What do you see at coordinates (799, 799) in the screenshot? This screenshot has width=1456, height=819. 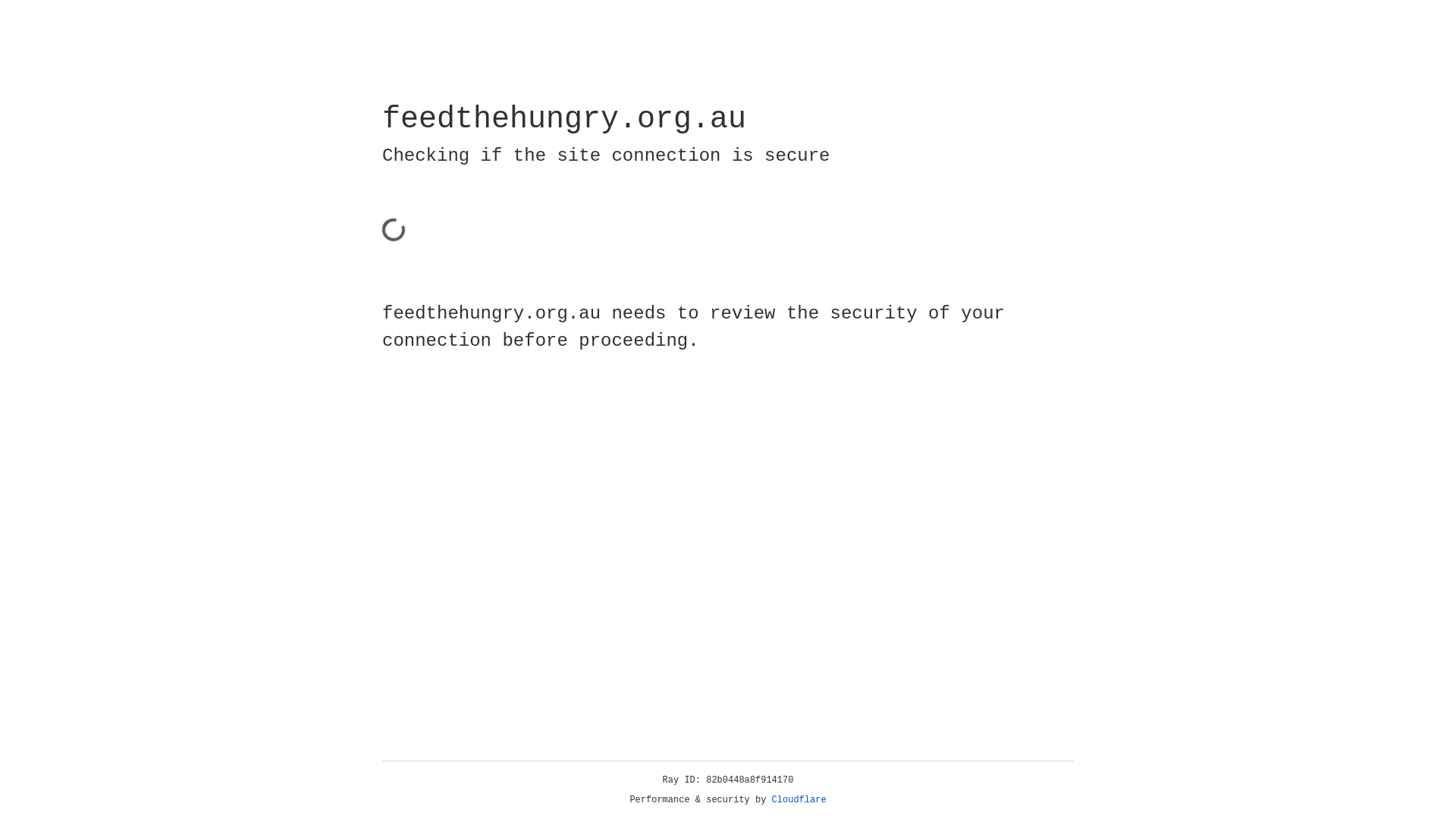 I see `'Cloudflare'` at bounding box center [799, 799].